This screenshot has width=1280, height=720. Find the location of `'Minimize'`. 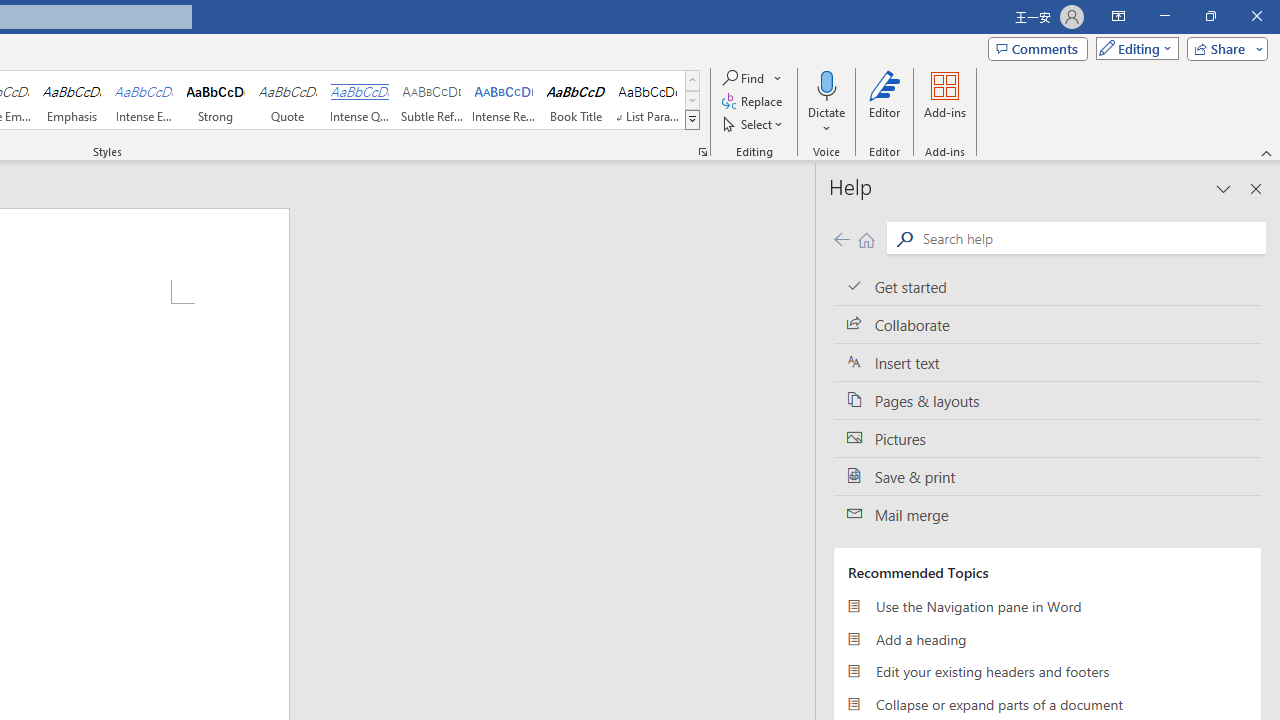

'Minimize' is located at coordinates (1164, 16).